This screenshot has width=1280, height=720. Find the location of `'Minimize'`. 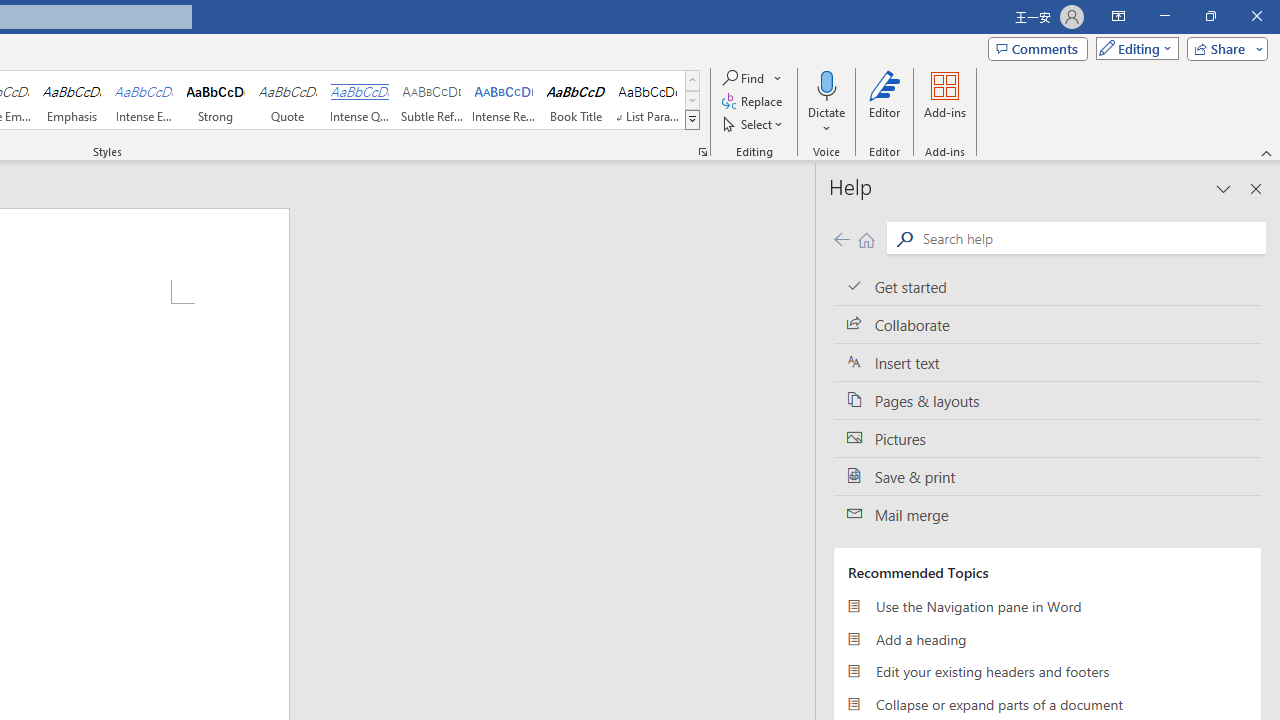

'Minimize' is located at coordinates (1164, 16).